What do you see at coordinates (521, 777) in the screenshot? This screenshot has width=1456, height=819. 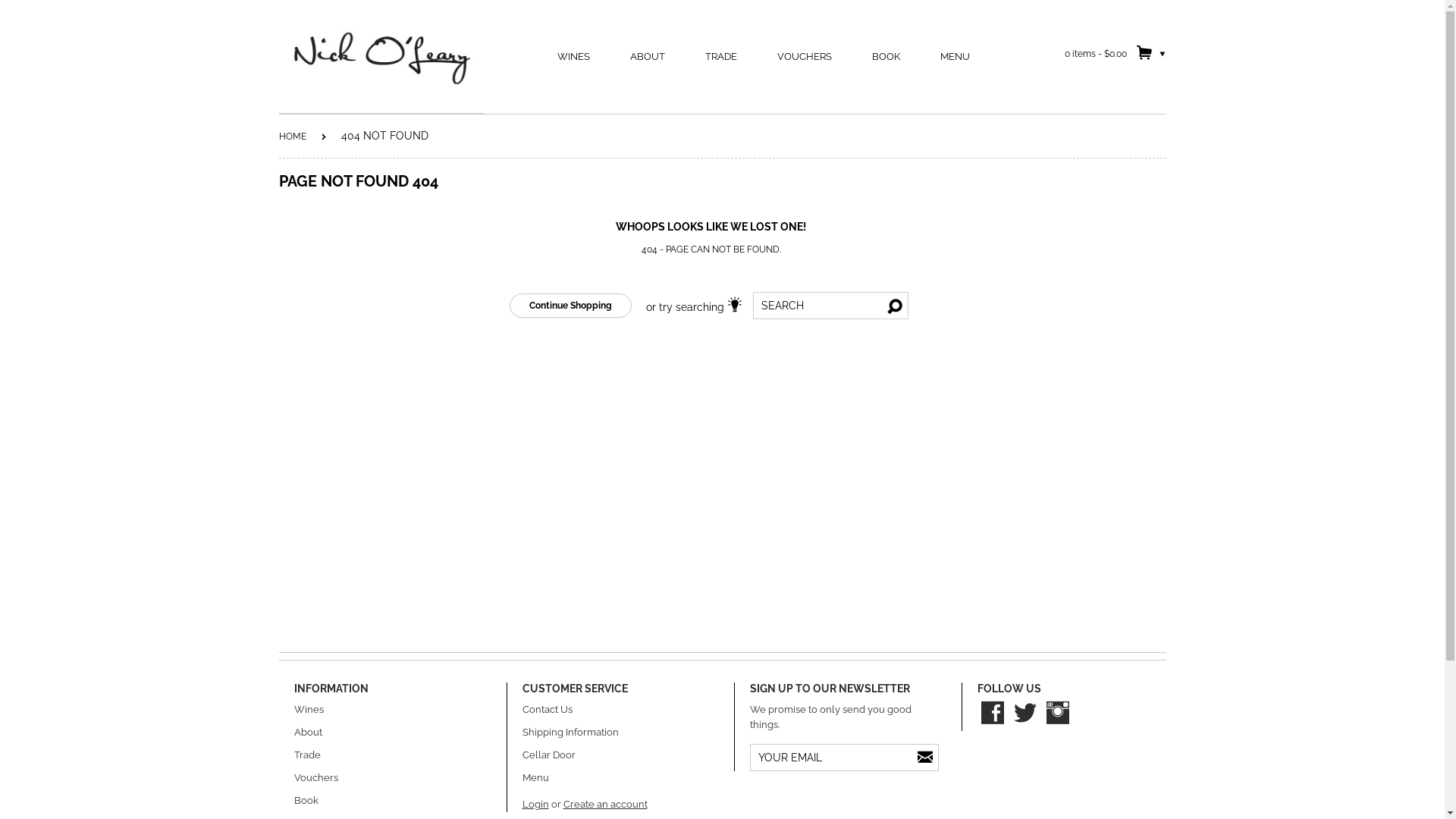 I see `'Menu'` at bounding box center [521, 777].